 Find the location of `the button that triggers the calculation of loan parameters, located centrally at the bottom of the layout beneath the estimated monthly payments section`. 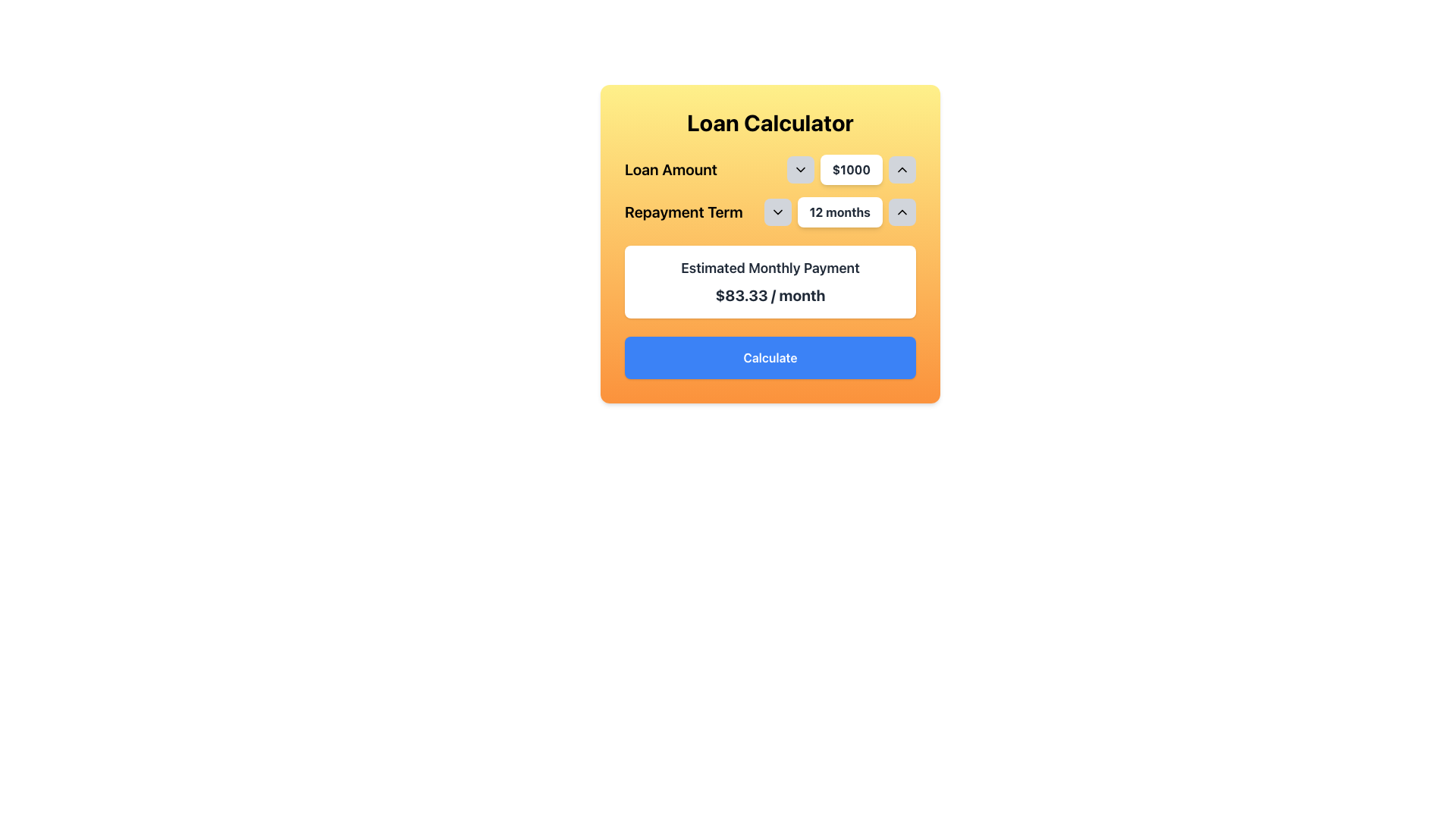

the button that triggers the calculation of loan parameters, located centrally at the bottom of the layout beneath the estimated monthly payments section is located at coordinates (770, 357).